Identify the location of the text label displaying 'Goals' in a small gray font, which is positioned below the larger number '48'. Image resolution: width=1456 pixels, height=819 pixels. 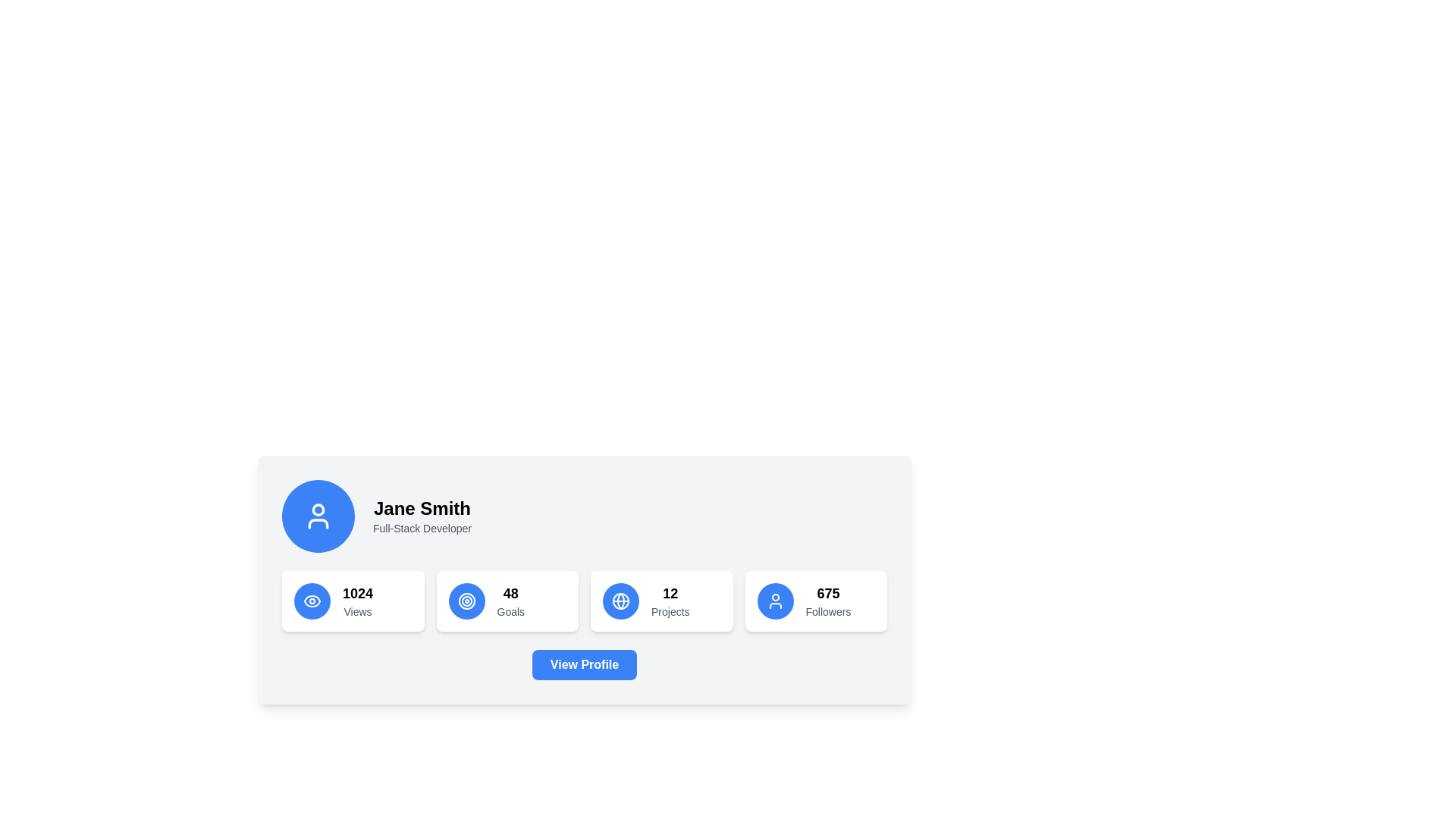
(510, 610).